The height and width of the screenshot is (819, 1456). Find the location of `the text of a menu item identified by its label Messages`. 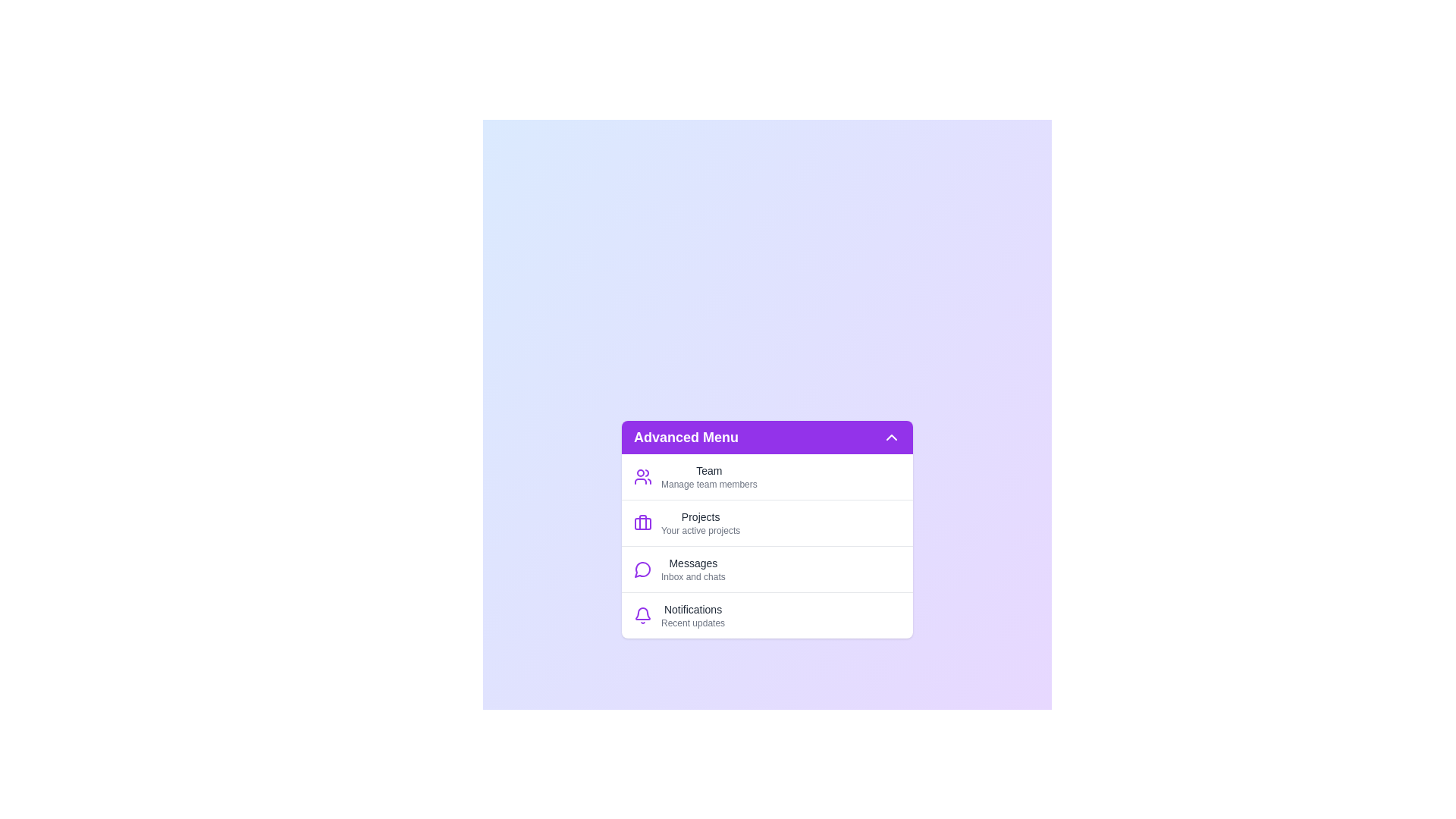

the text of a menu item identified by its label Messages is located at coordinates (692, 568).